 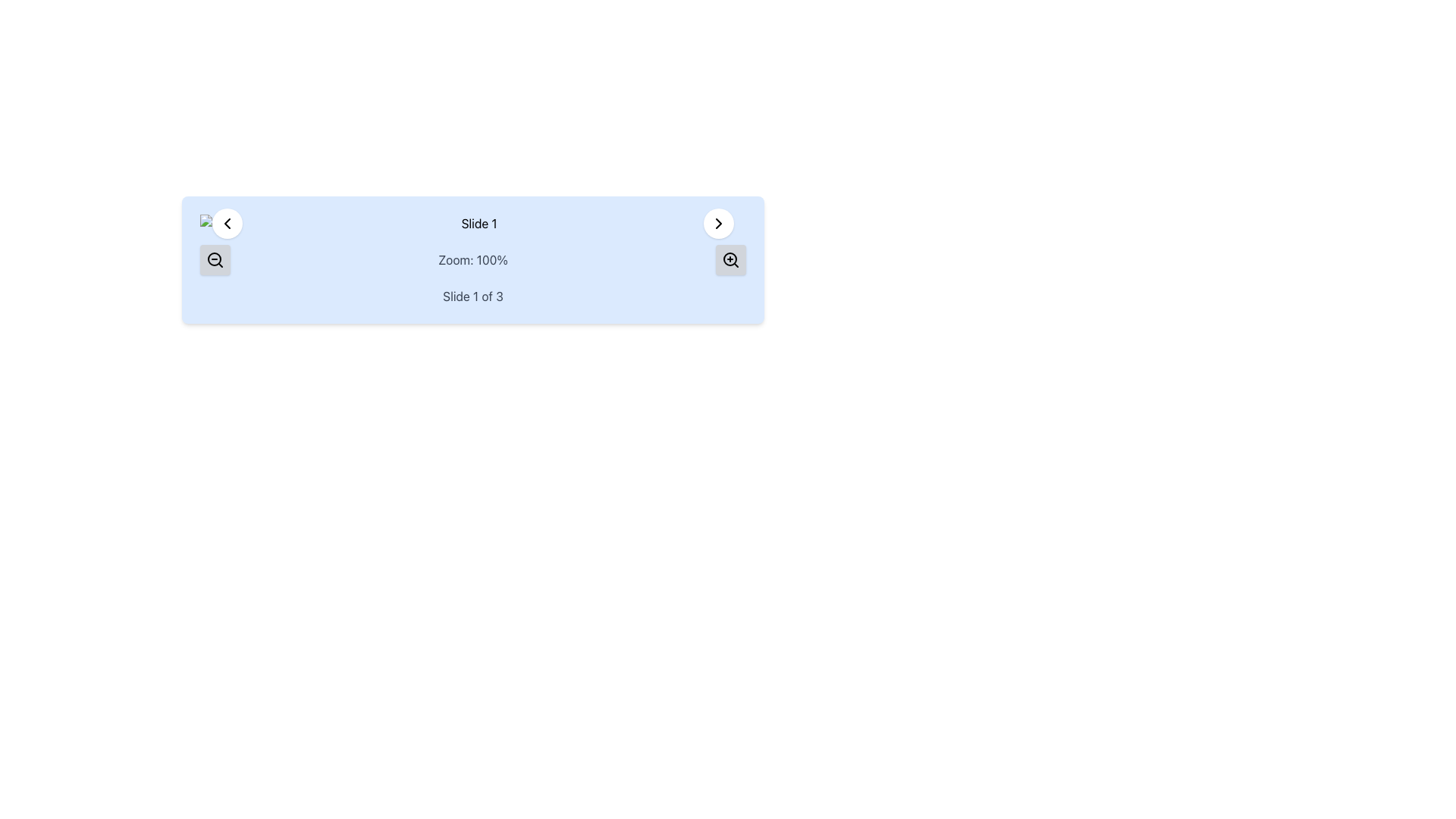 What do you see at coordinates (718, 223) in the screenshot?
I see `the arrow button located in the top-right corner of a light blue toolbar` at bounding box center [718, 223].